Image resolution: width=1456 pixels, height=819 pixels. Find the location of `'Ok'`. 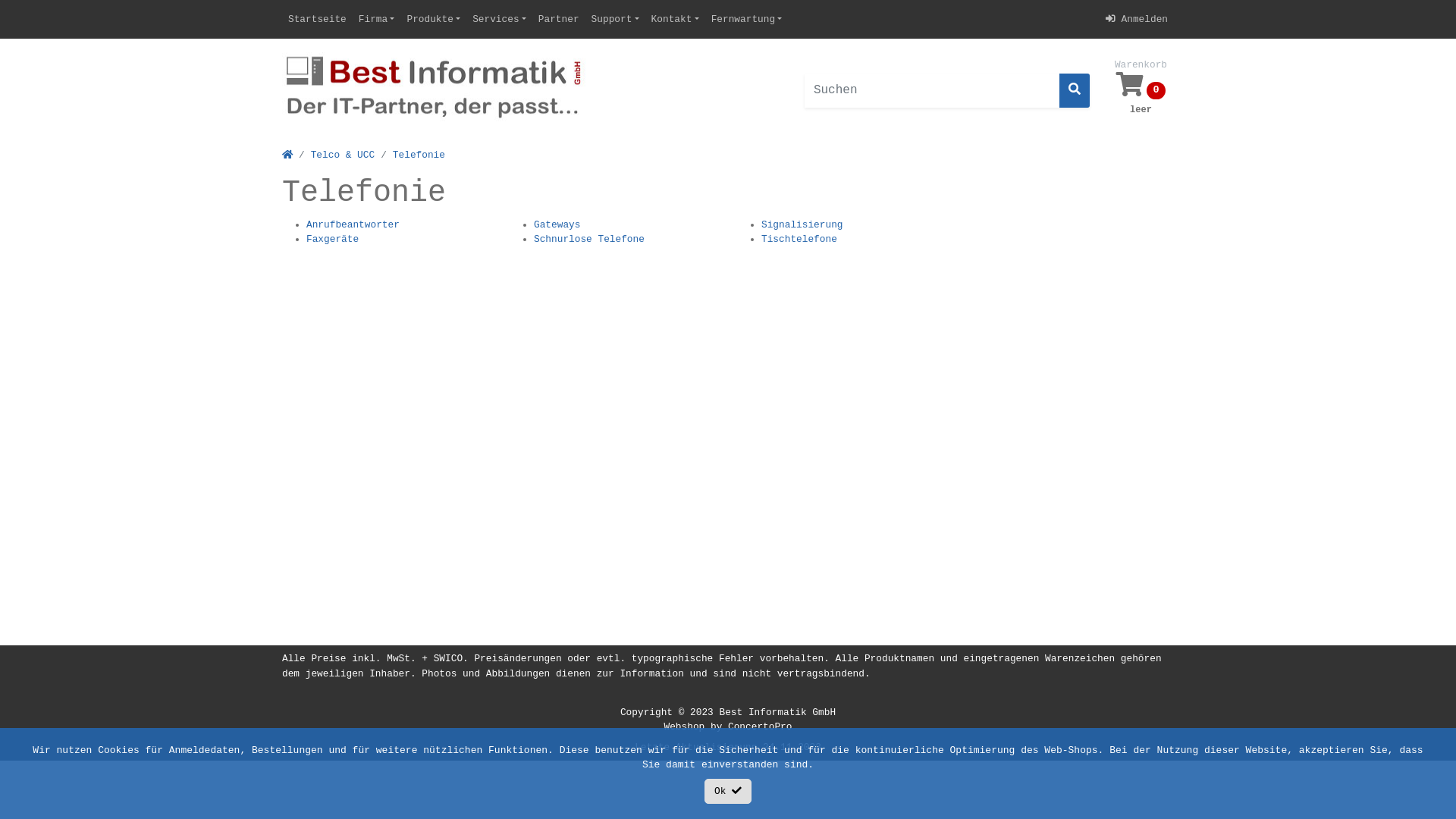

'Ok' is located at coordinates (728, 790).